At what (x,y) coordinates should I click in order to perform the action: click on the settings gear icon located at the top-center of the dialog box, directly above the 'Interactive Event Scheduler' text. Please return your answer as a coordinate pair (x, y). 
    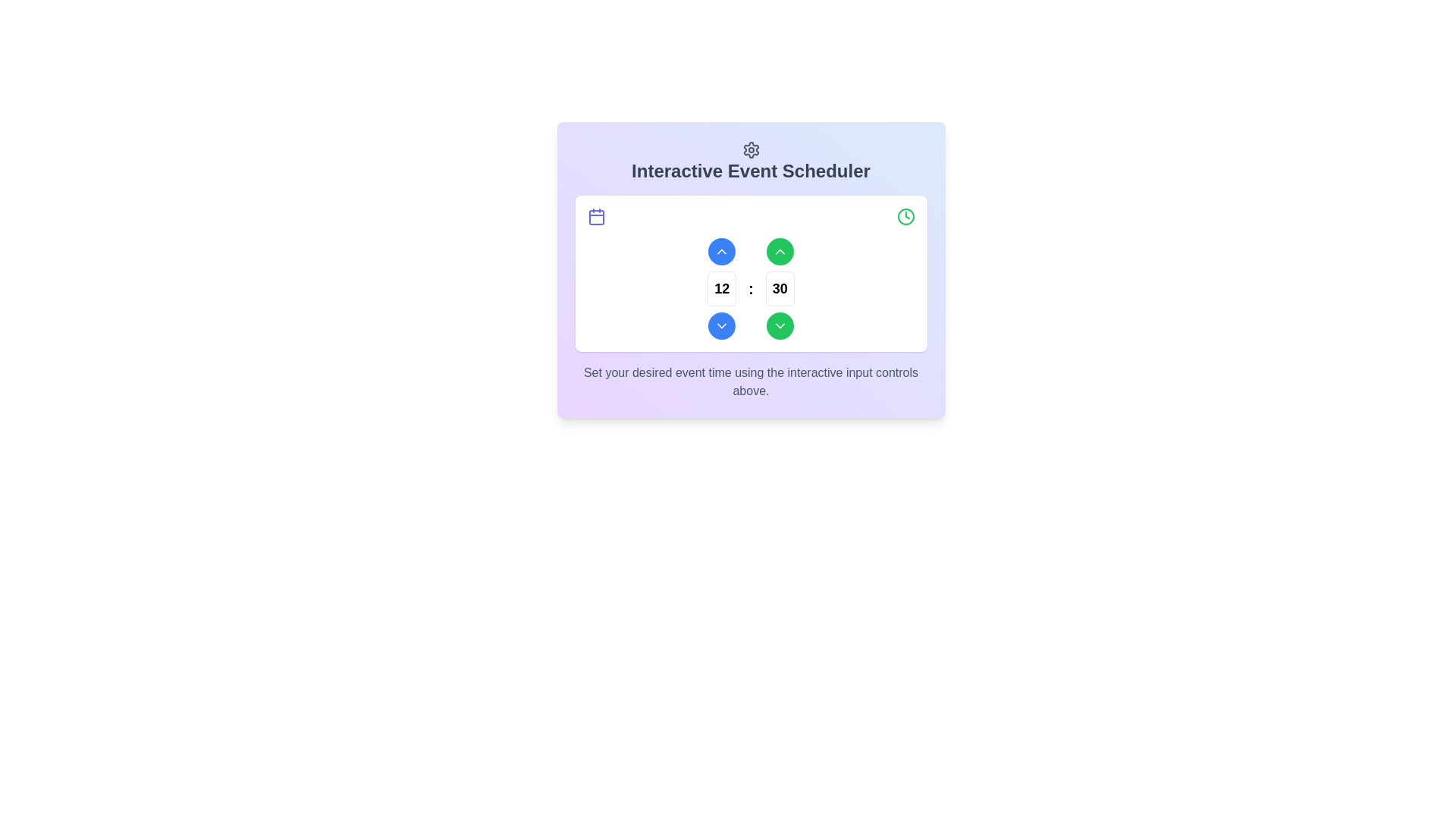
    Looking at the image, I should click on (751, 149).